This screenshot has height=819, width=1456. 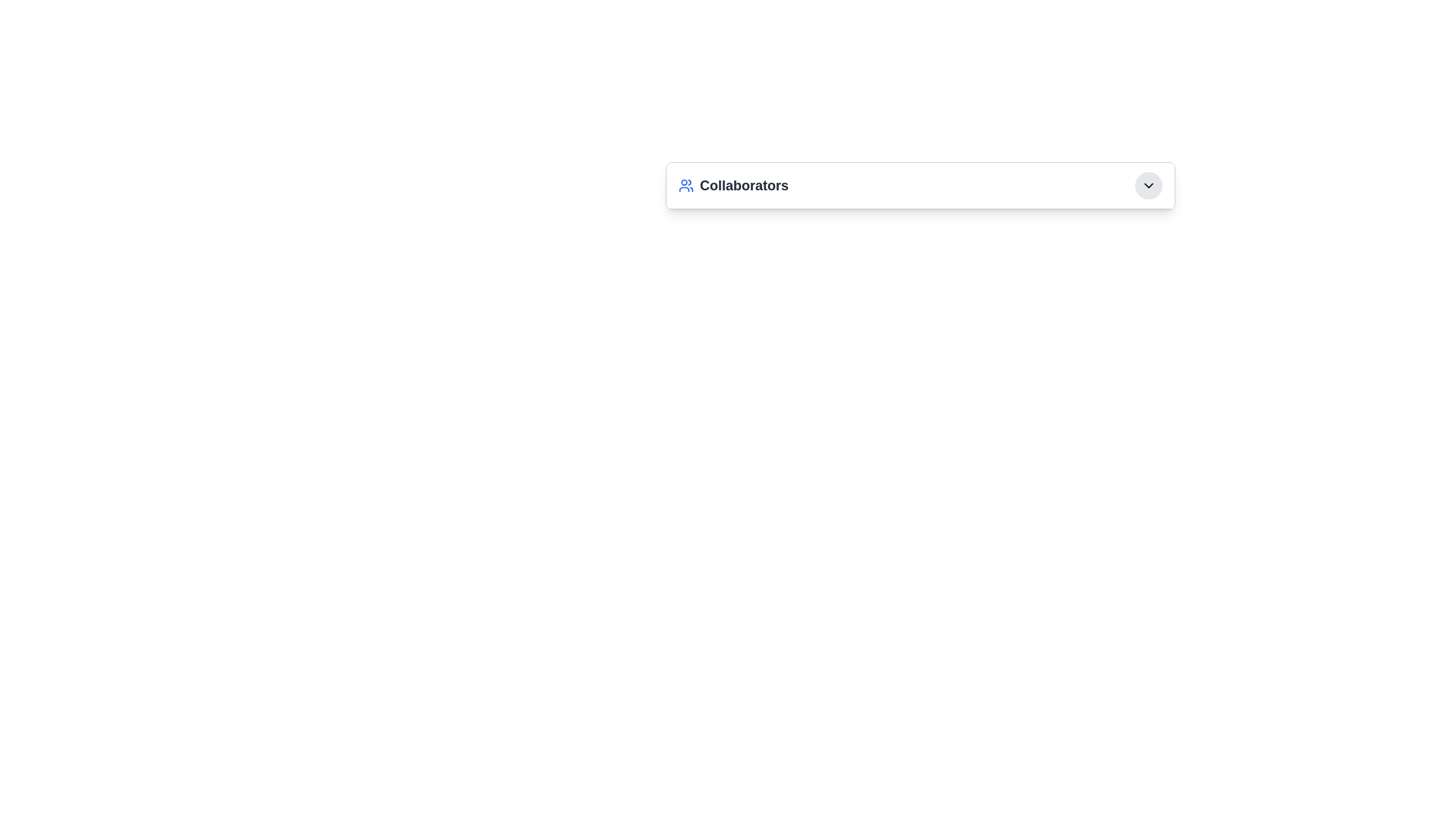 What do you see at coordinates (733, 185) in the screenshot?
I see `the text label 'Collaborators' which is styled in bold and accompanied by an icon of two user figures in blue, located towards the left side of the horizontal bar` at bounding box center [733, 185].